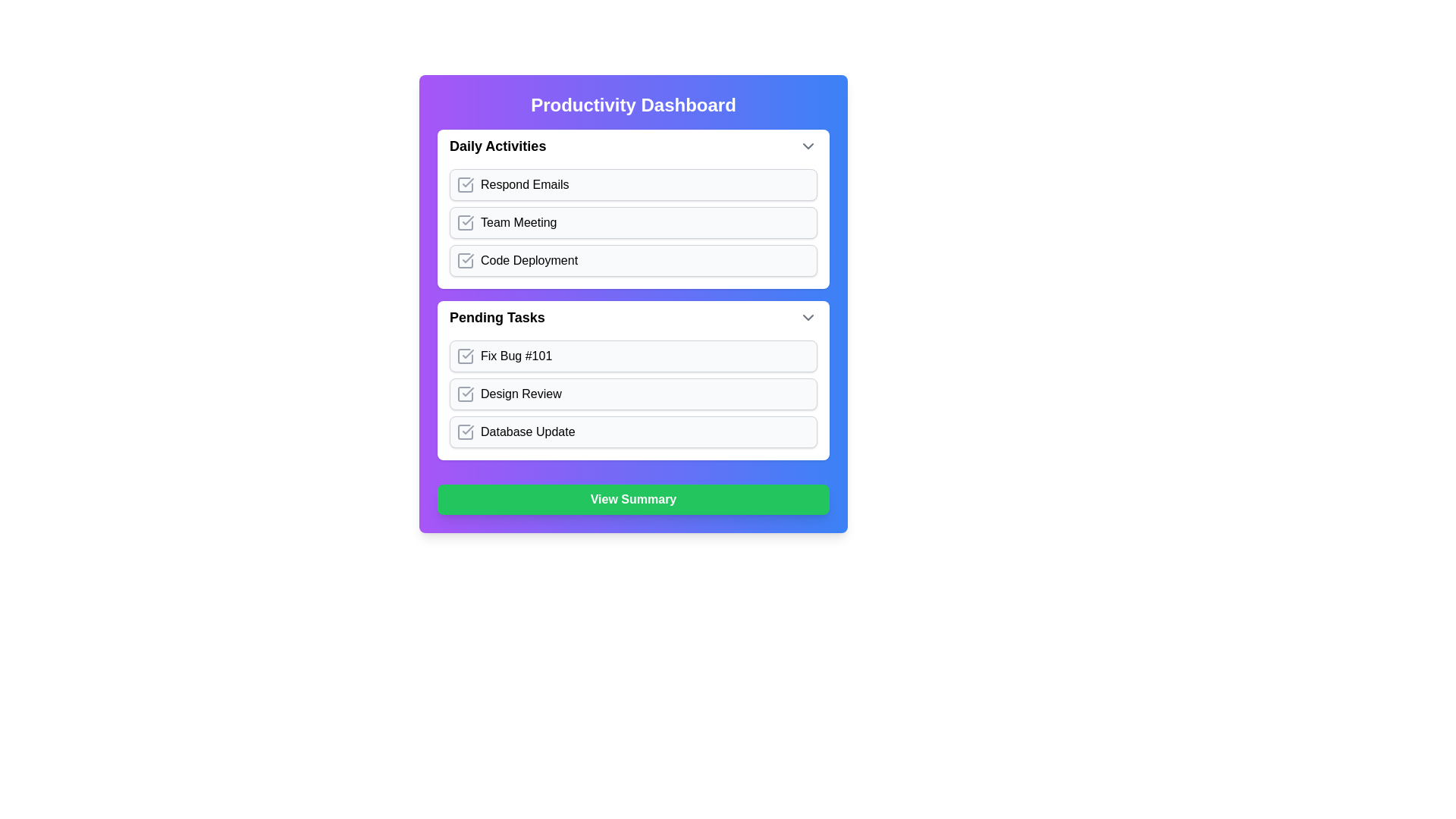 This screenshot has width=1456, height=819. Describe the element at coordinates (633, 397) in the screenshot. I see `the 'Design Review' checkbox located within the lower section of the 'Pending Tasks' panel, which contains multiple interactive list items` at that location.